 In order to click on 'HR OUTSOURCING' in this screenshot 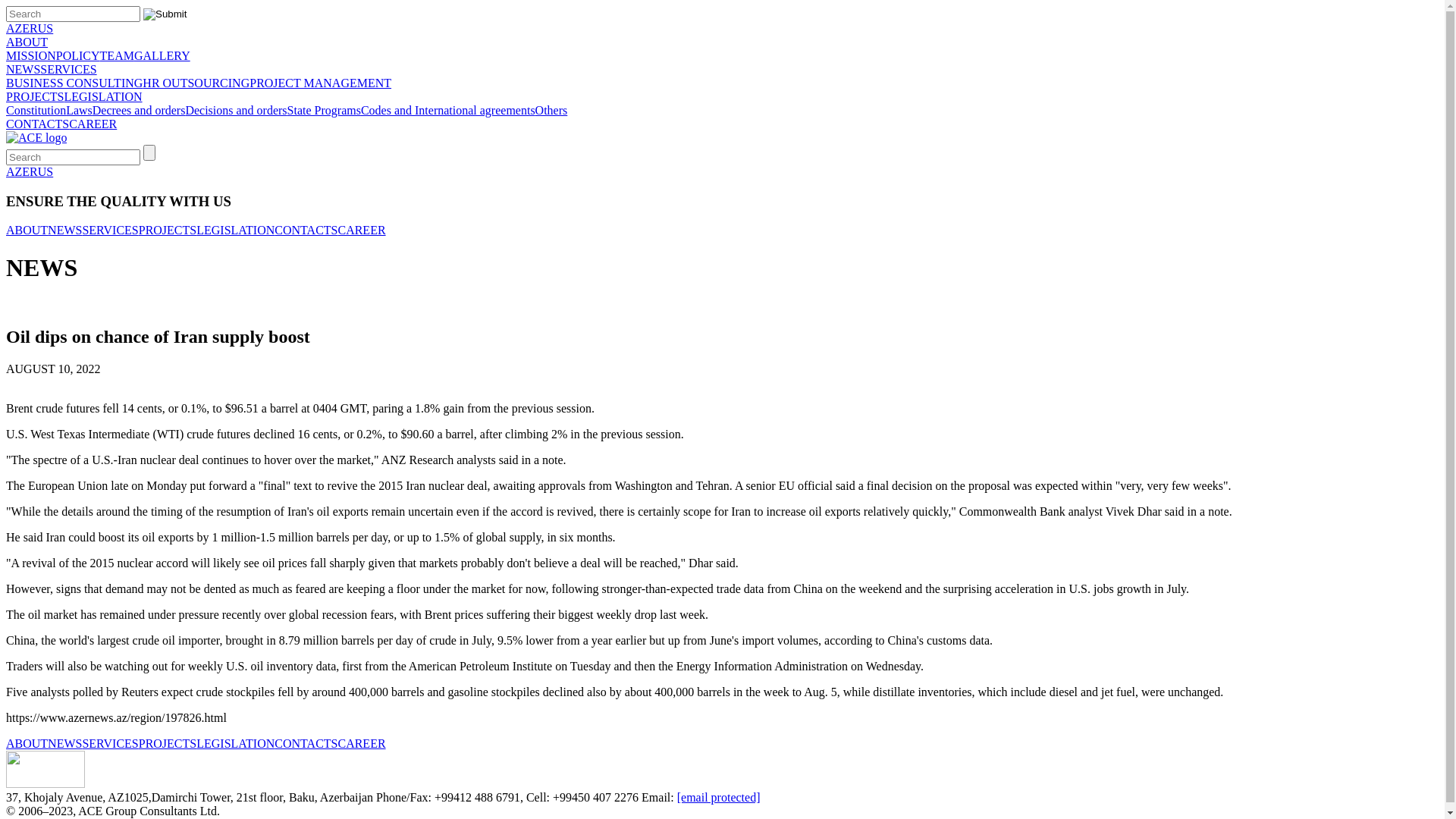, I will do `click(195, 83)`.